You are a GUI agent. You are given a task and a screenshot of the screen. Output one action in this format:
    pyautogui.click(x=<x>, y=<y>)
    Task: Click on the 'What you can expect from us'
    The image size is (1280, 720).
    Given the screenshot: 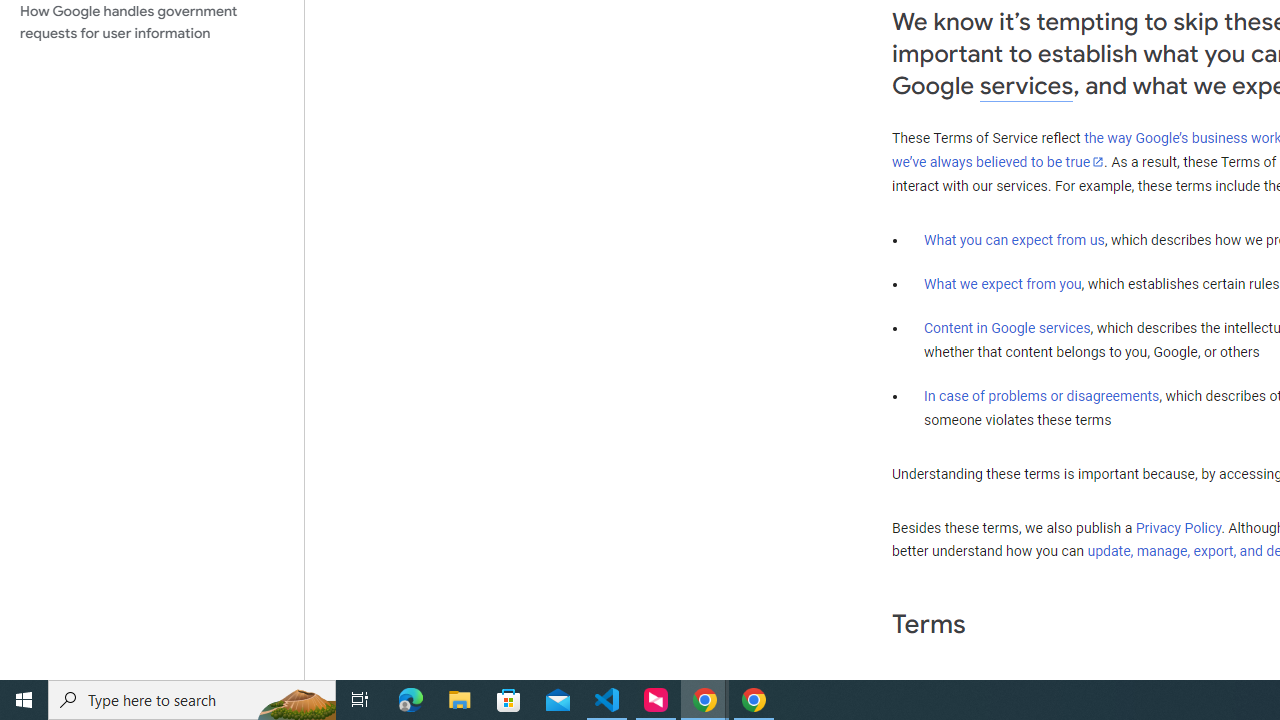 What is the action you would take?
    pyautogui.click(x=1014, y=239)
    